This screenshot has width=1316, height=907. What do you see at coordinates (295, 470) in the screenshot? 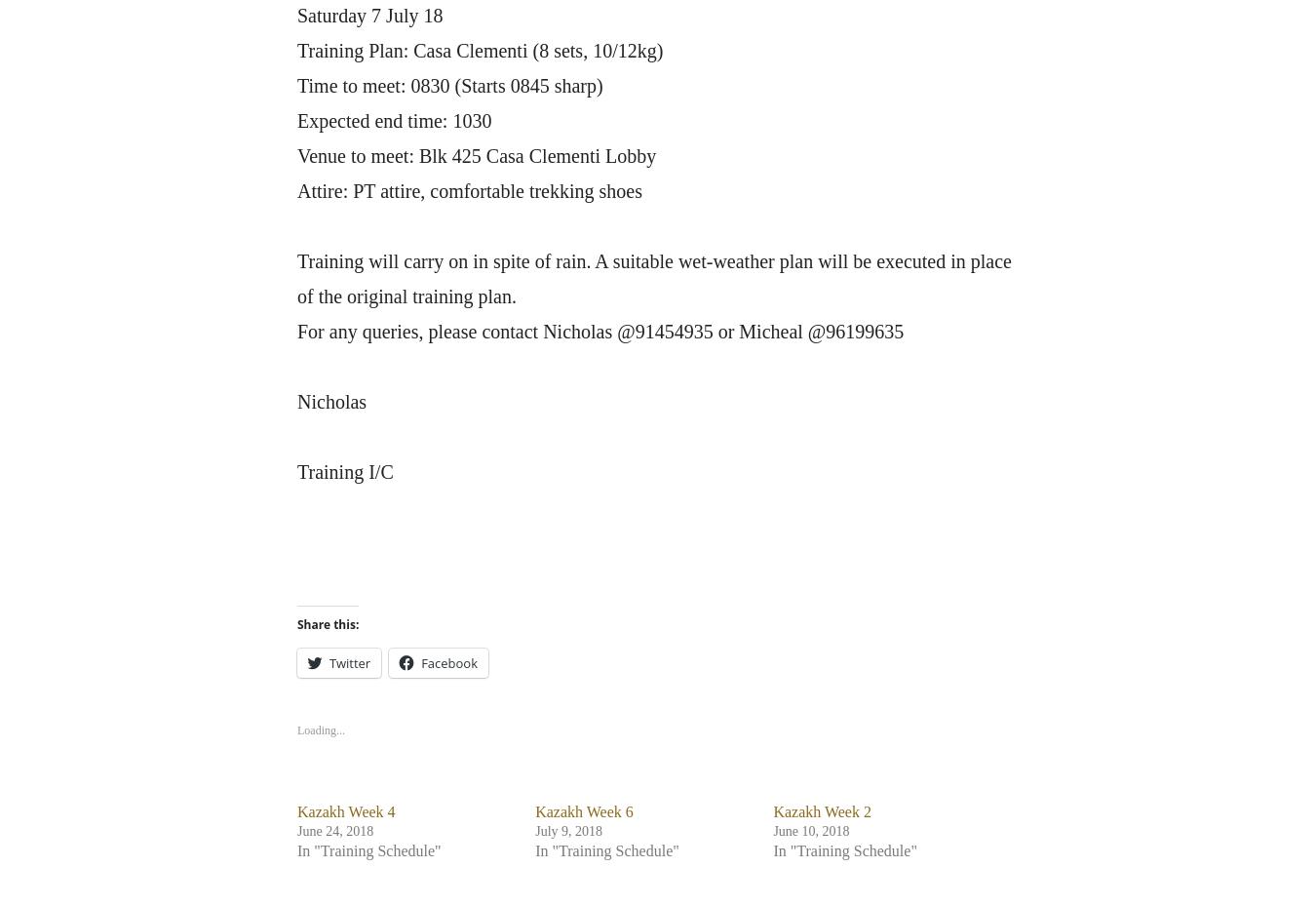
I see `'Training I/C'` at bounding box center [295, 470].